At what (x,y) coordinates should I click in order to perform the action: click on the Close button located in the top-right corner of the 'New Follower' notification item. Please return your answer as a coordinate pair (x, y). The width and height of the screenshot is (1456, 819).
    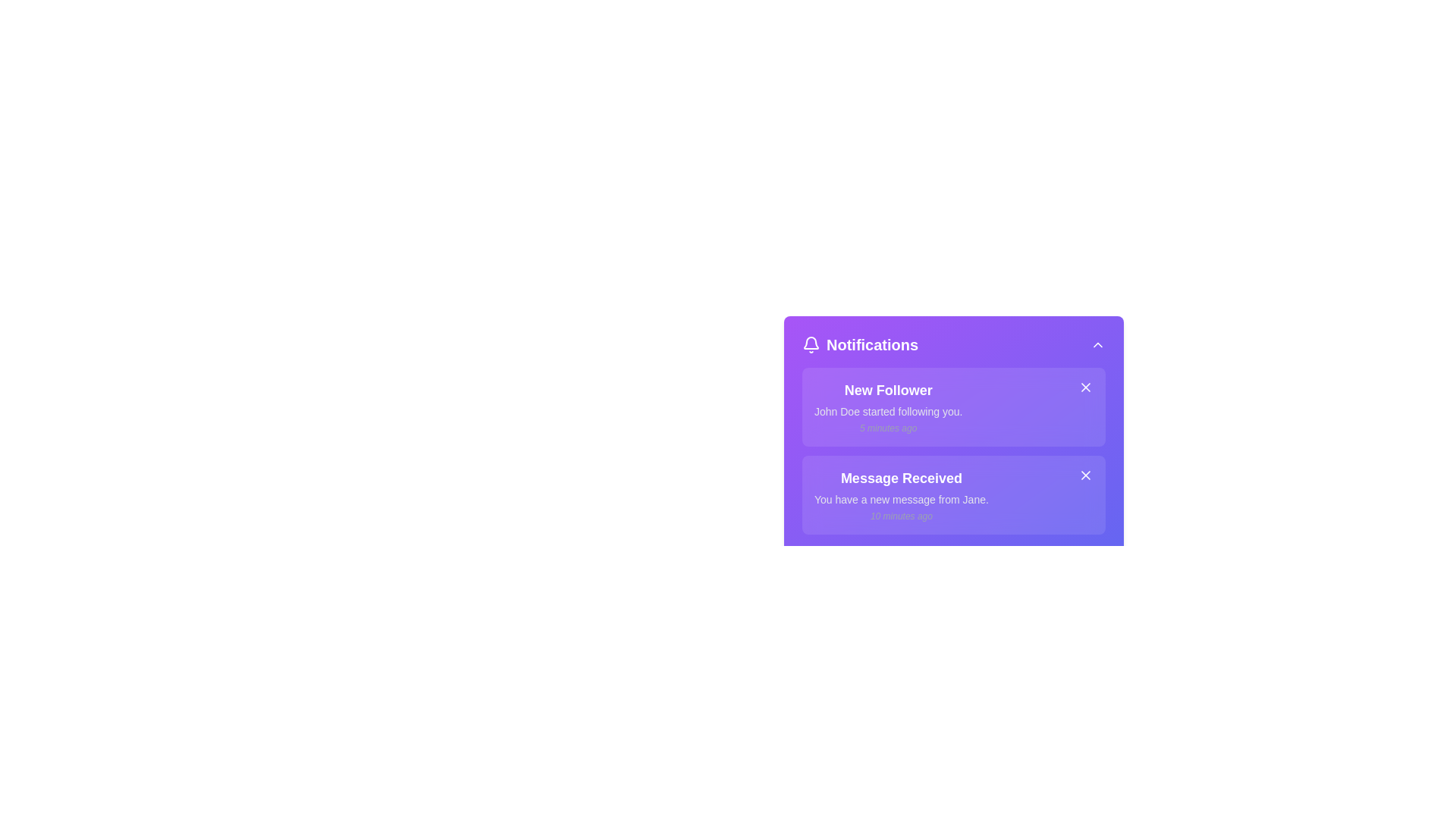
    Looking at the image, I should click on (1084, 386).